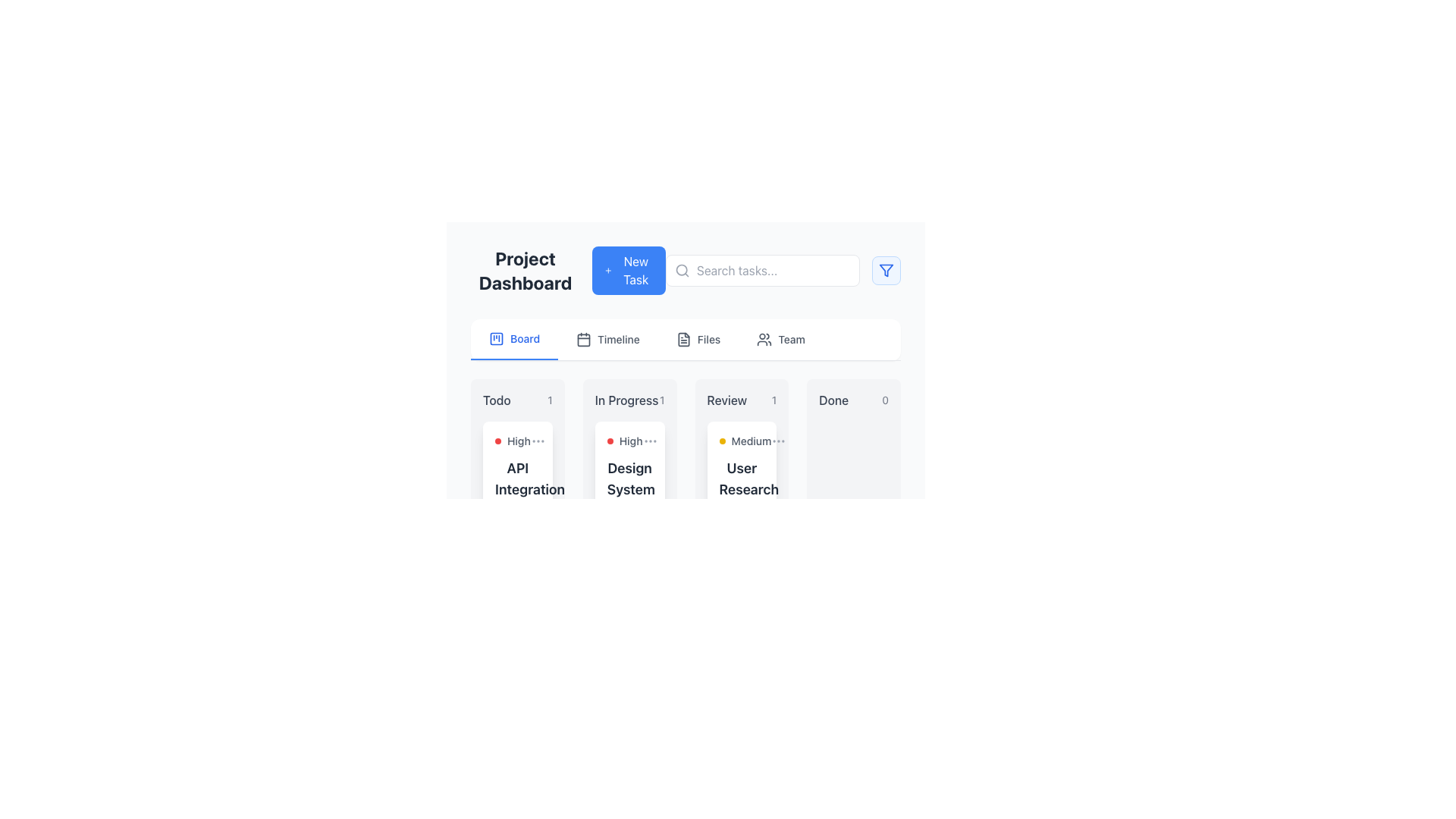  What do you see at coordinates (791, 338) in the screenshot?
I see `the 'Team' text label in the interactive button located in the top-right navigation menu` at bounding box center [791, 338].